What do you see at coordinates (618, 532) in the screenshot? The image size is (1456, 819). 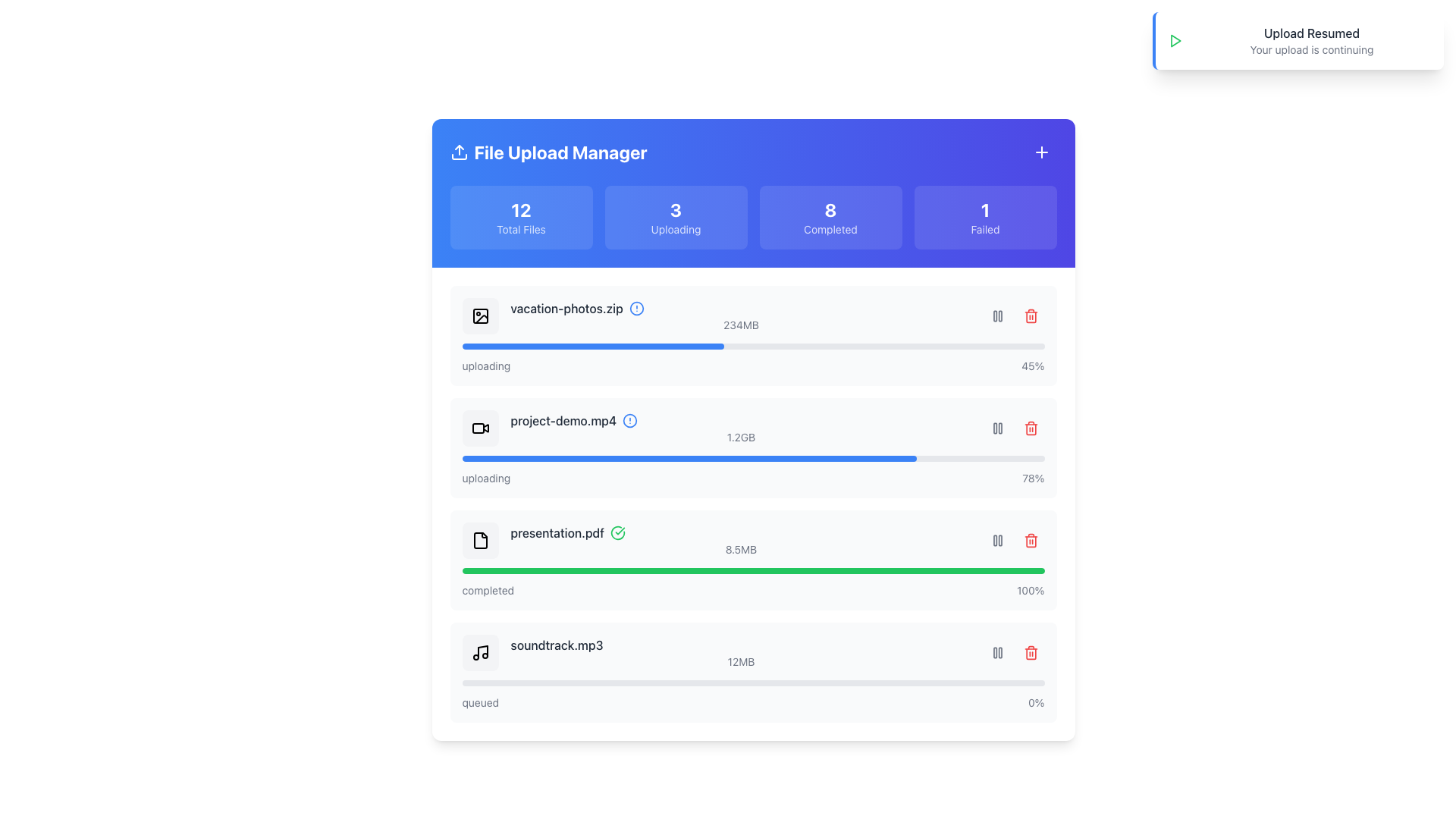 I see `the green circular icon with a check mark located to the right of 'presentation.pdf' in the third row of the file list` at bounding box center [618, 532].